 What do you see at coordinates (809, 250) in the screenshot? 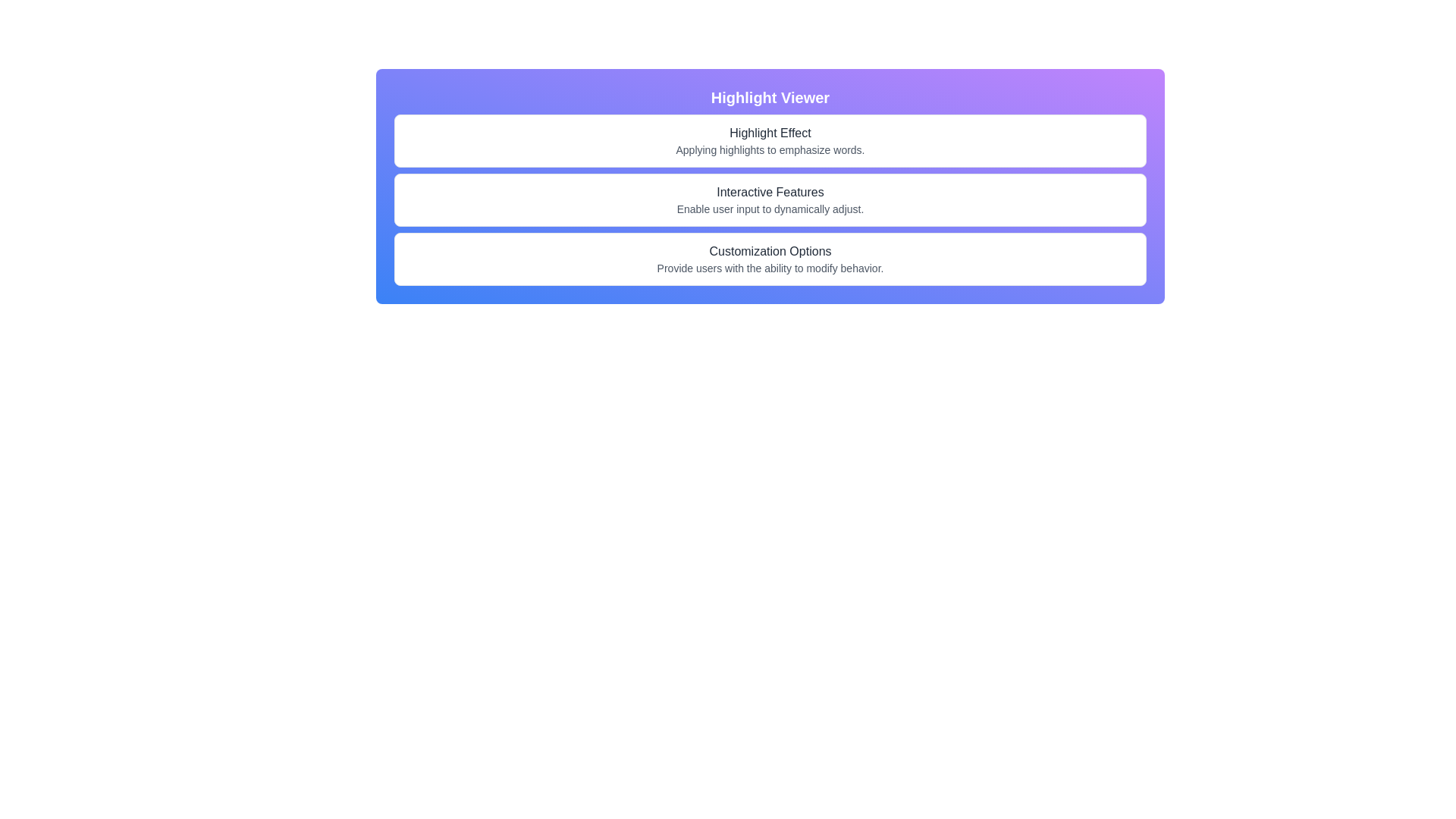
I see `the eighteenth character (the second 'i') in the text 'Customization Options', which is displayed at the bottom section of the interface` at bounding box center [809, 250].